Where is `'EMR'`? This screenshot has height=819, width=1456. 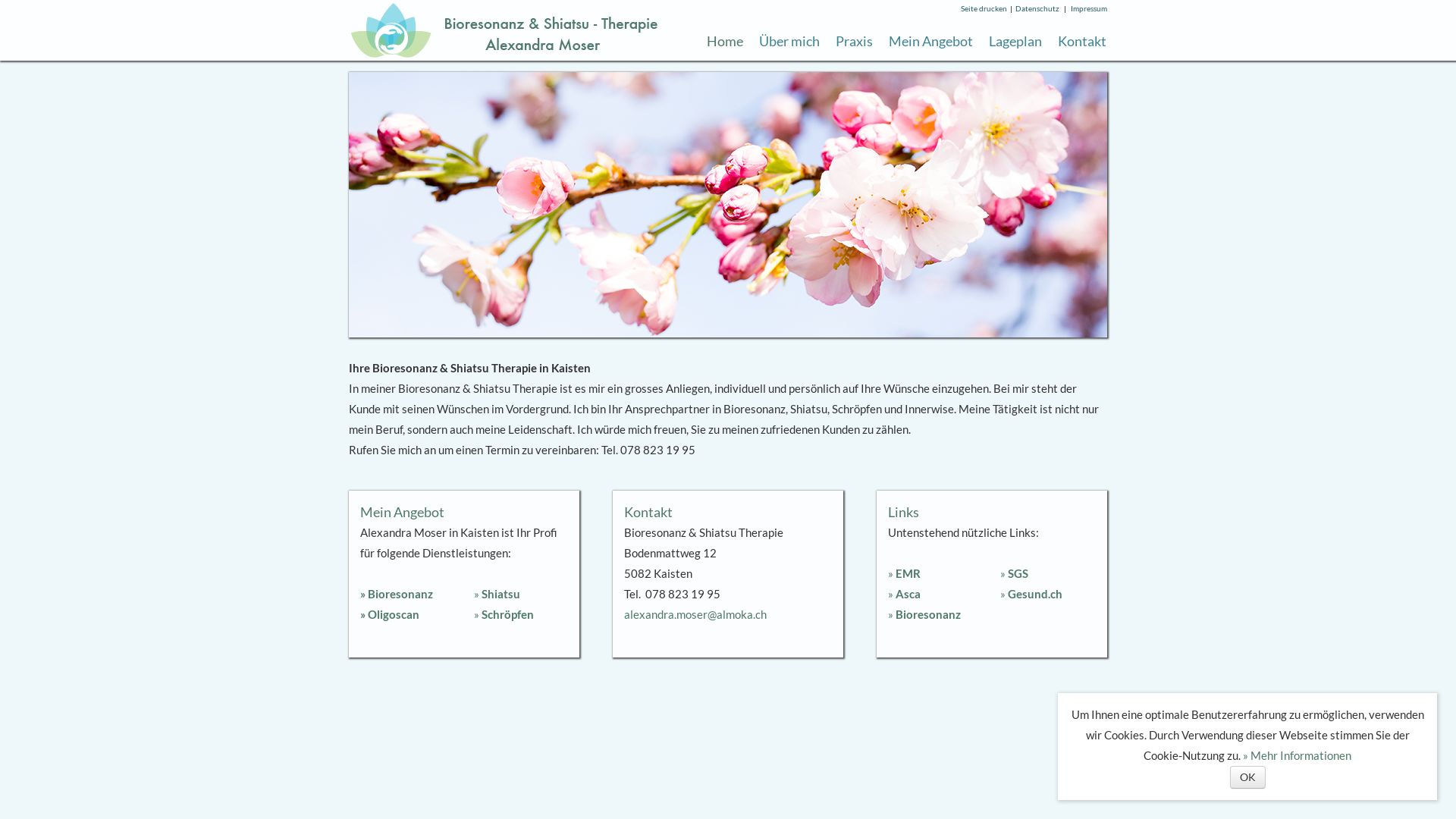 'EMR' is located at coordinates (906, 573).